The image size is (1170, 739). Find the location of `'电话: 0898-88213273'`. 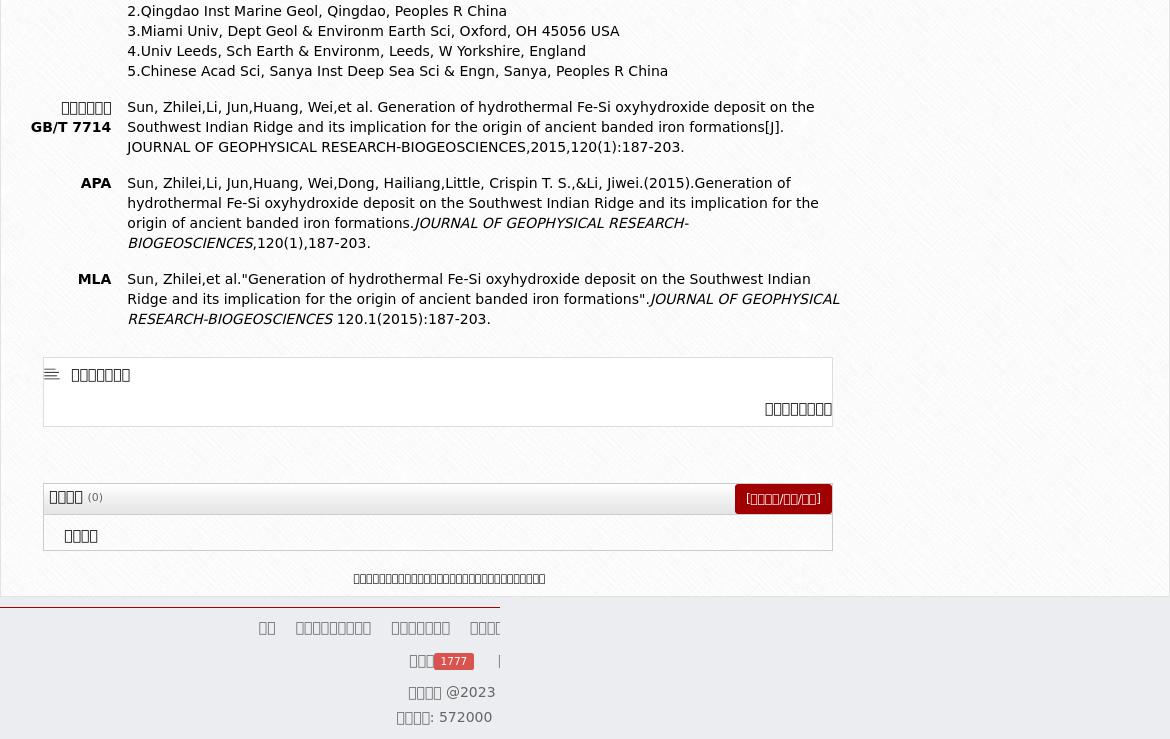

'电话: 0898-88213273' is located at coordinates (573, 716).